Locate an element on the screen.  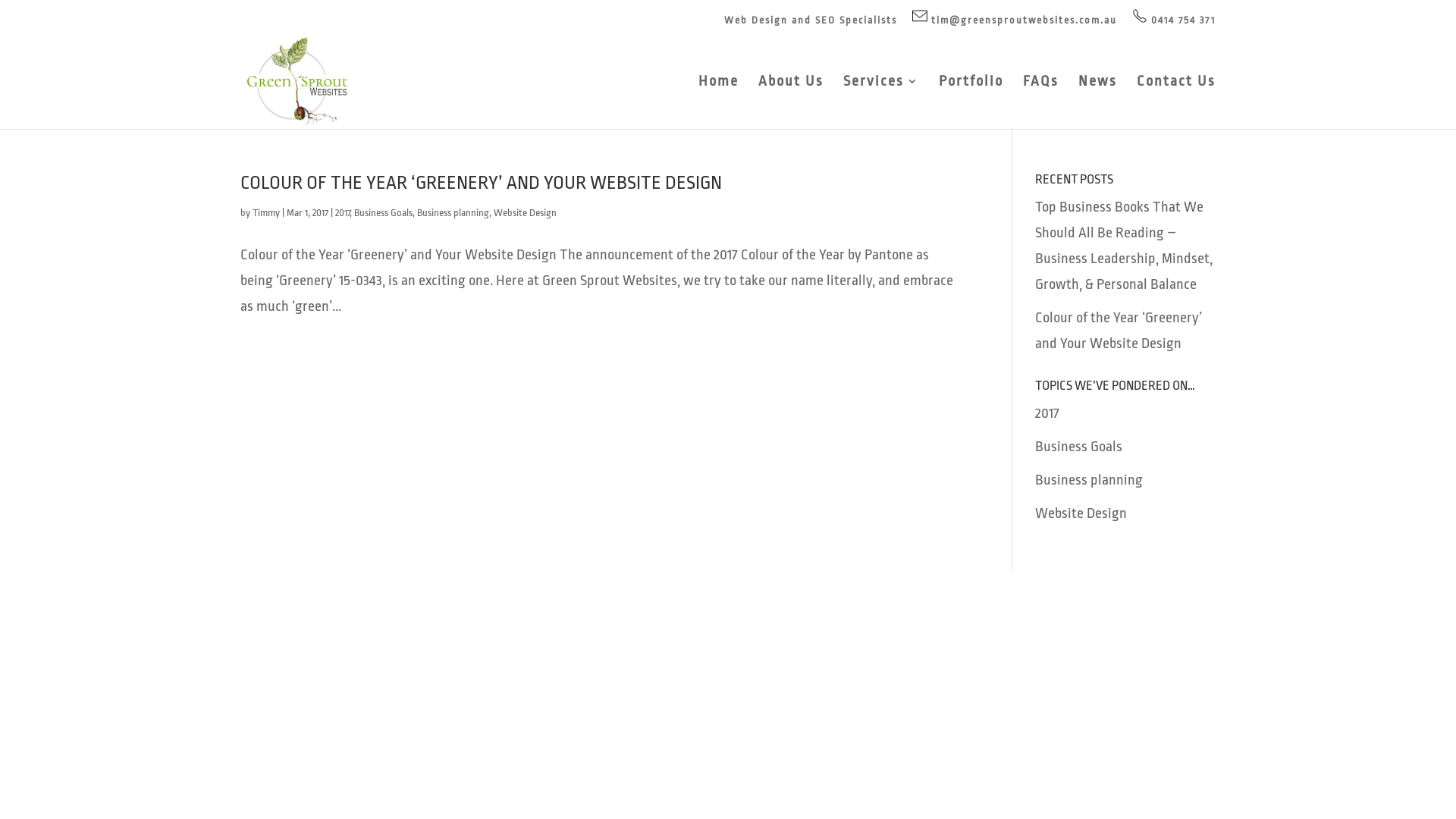
'Web Design and SEO Specialists' is located at coordinates (810, 24).